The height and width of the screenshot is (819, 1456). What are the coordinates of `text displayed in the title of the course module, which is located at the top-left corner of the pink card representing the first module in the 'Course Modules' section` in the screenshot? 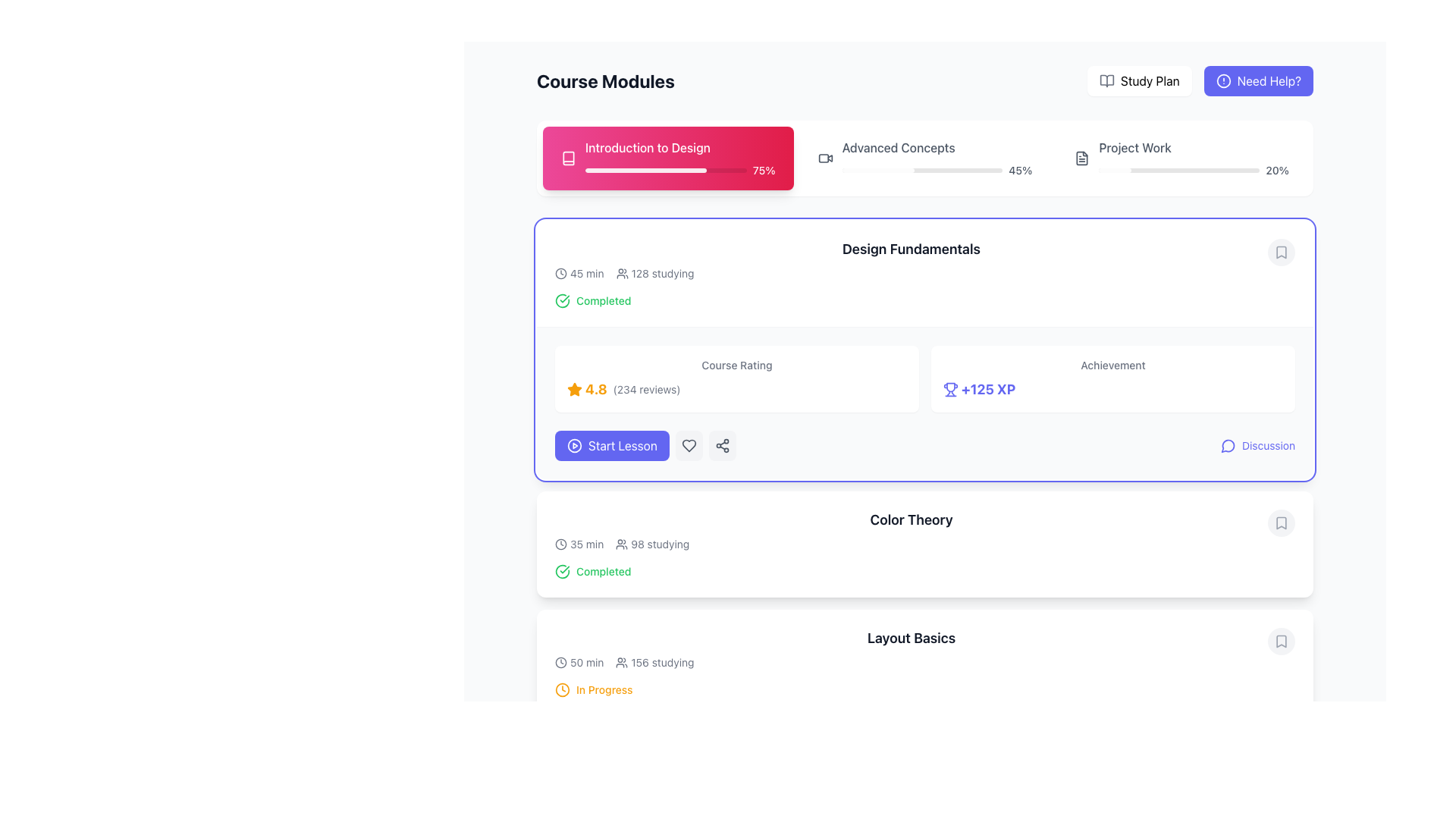 It's located at (679, 148).